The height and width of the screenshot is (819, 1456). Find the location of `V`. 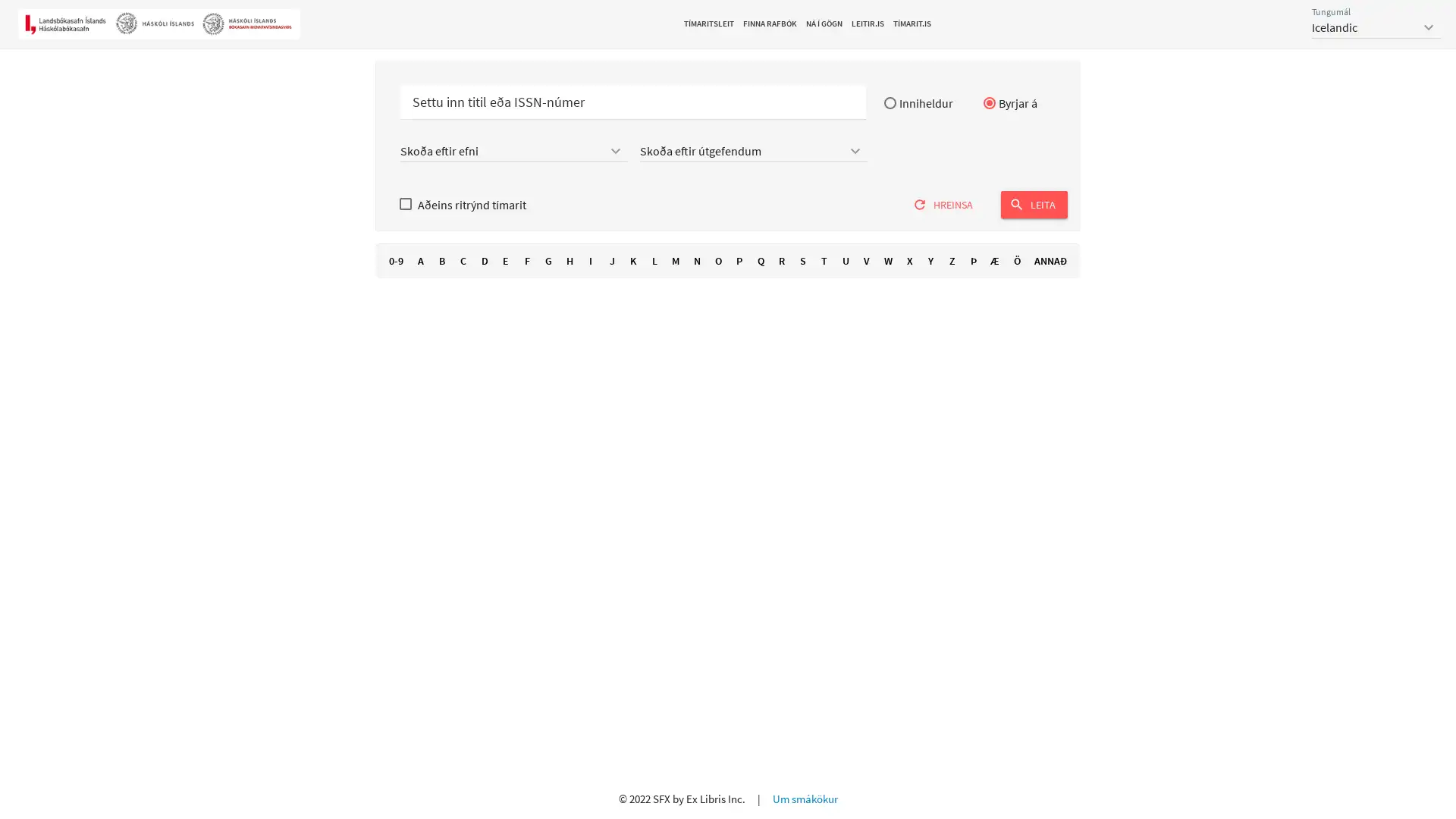

V is located at coordinates (866, 259).